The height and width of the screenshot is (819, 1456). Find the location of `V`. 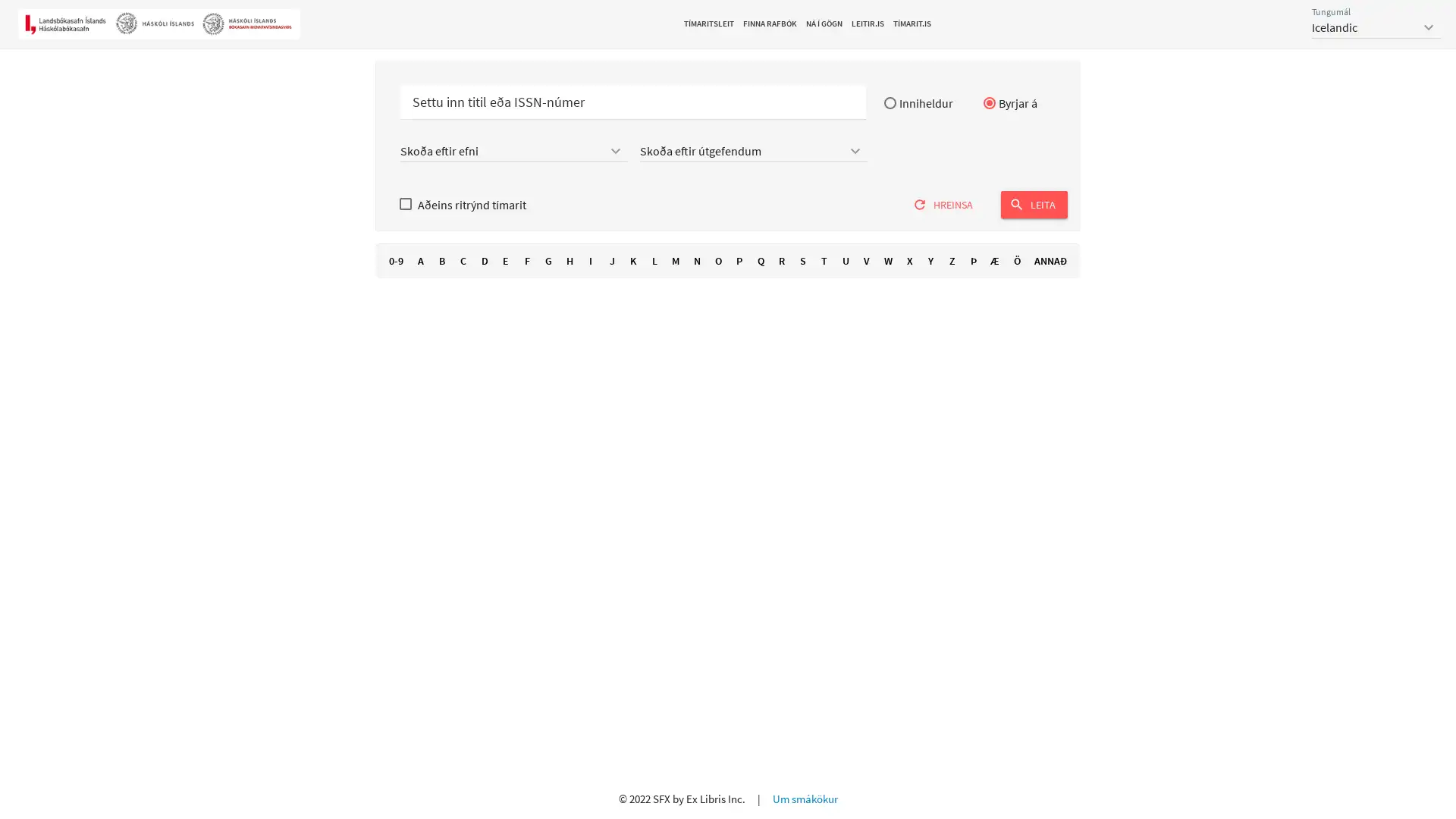

V is located at coordinates (866, 259).